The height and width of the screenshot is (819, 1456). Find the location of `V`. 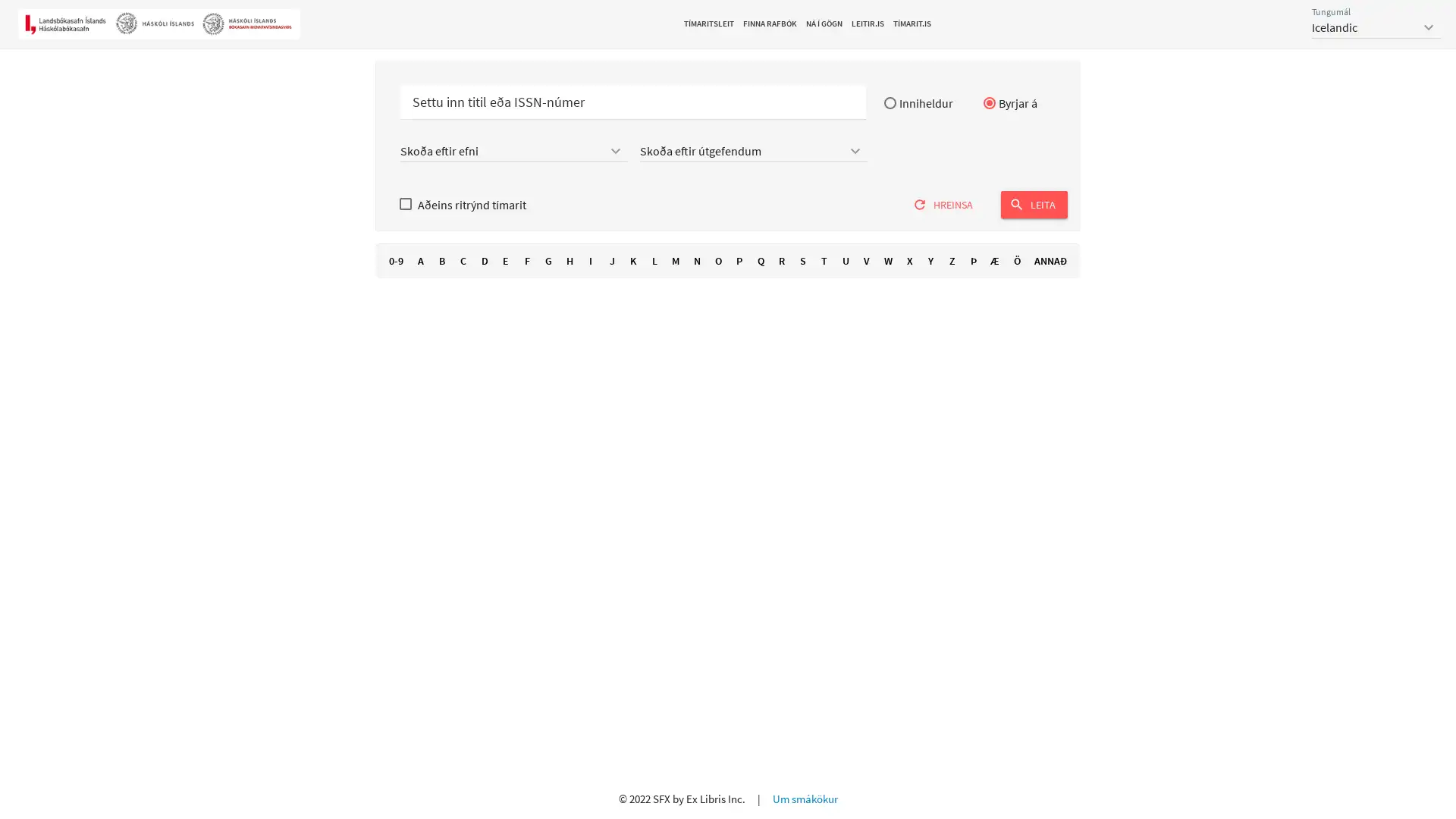

V is located at coordinates (866, 259).